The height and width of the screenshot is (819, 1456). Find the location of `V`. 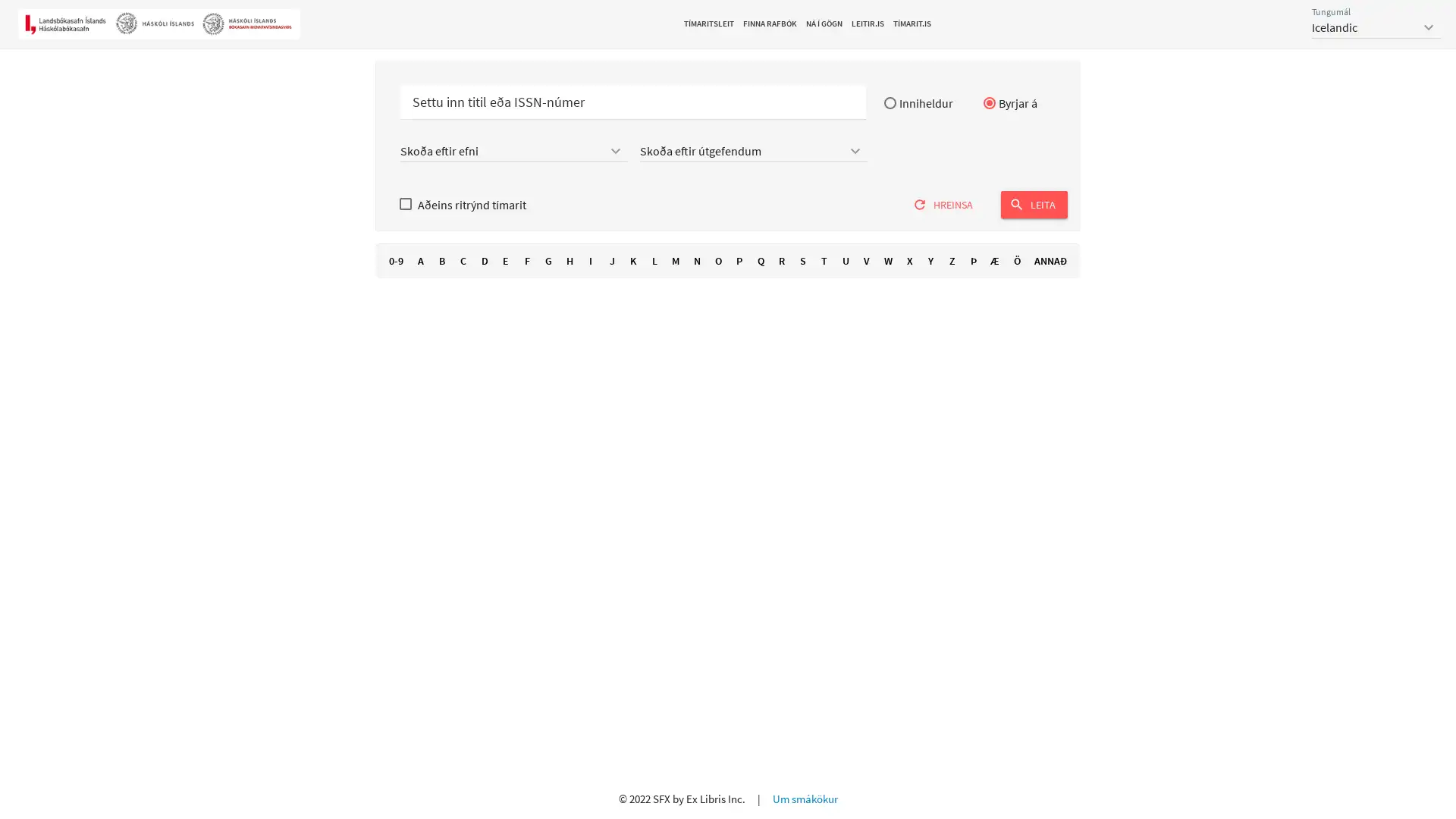

V is located at coordinates (866, 259).